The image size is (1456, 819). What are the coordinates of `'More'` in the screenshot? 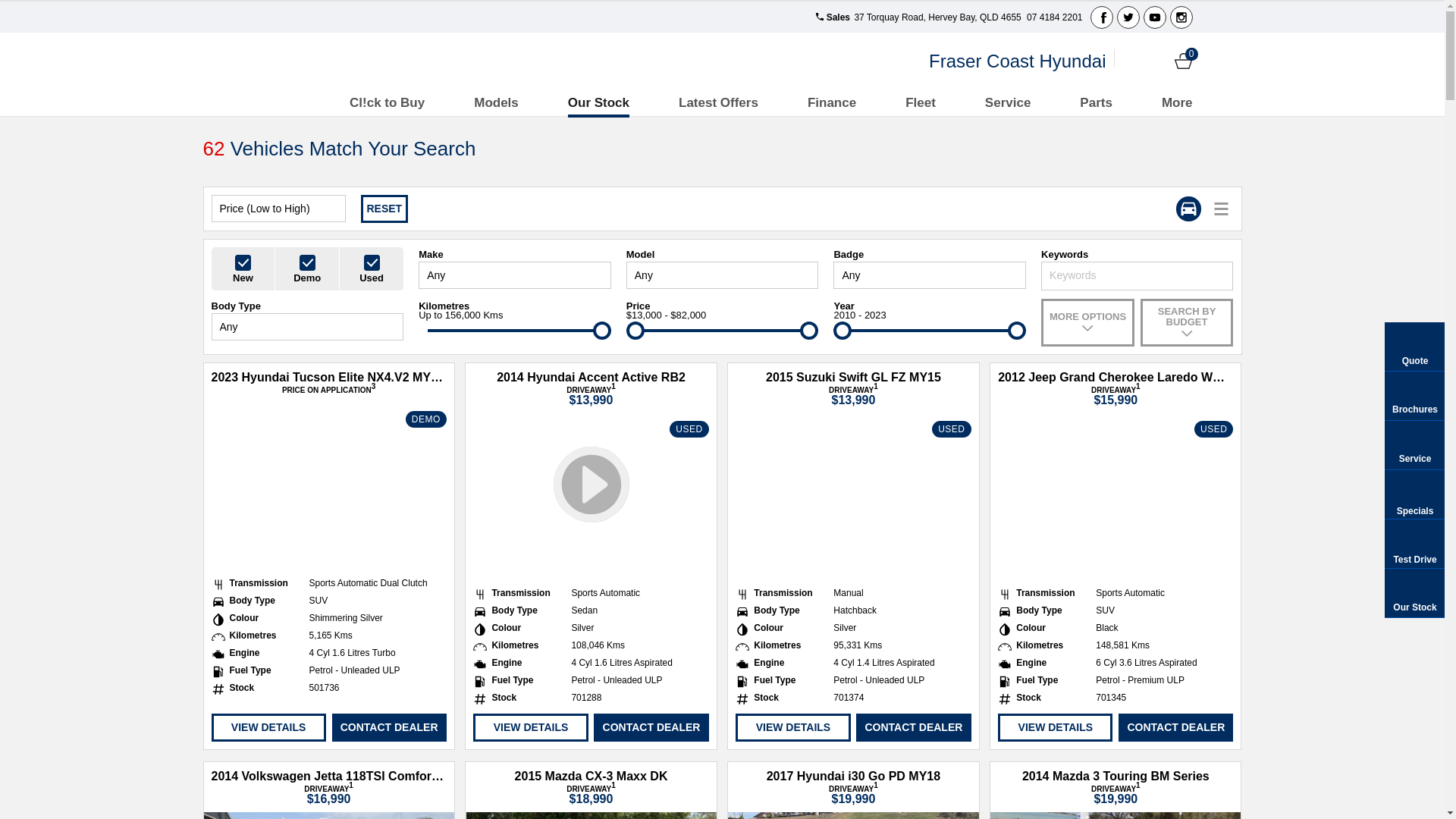 It's located at (1176, 102).